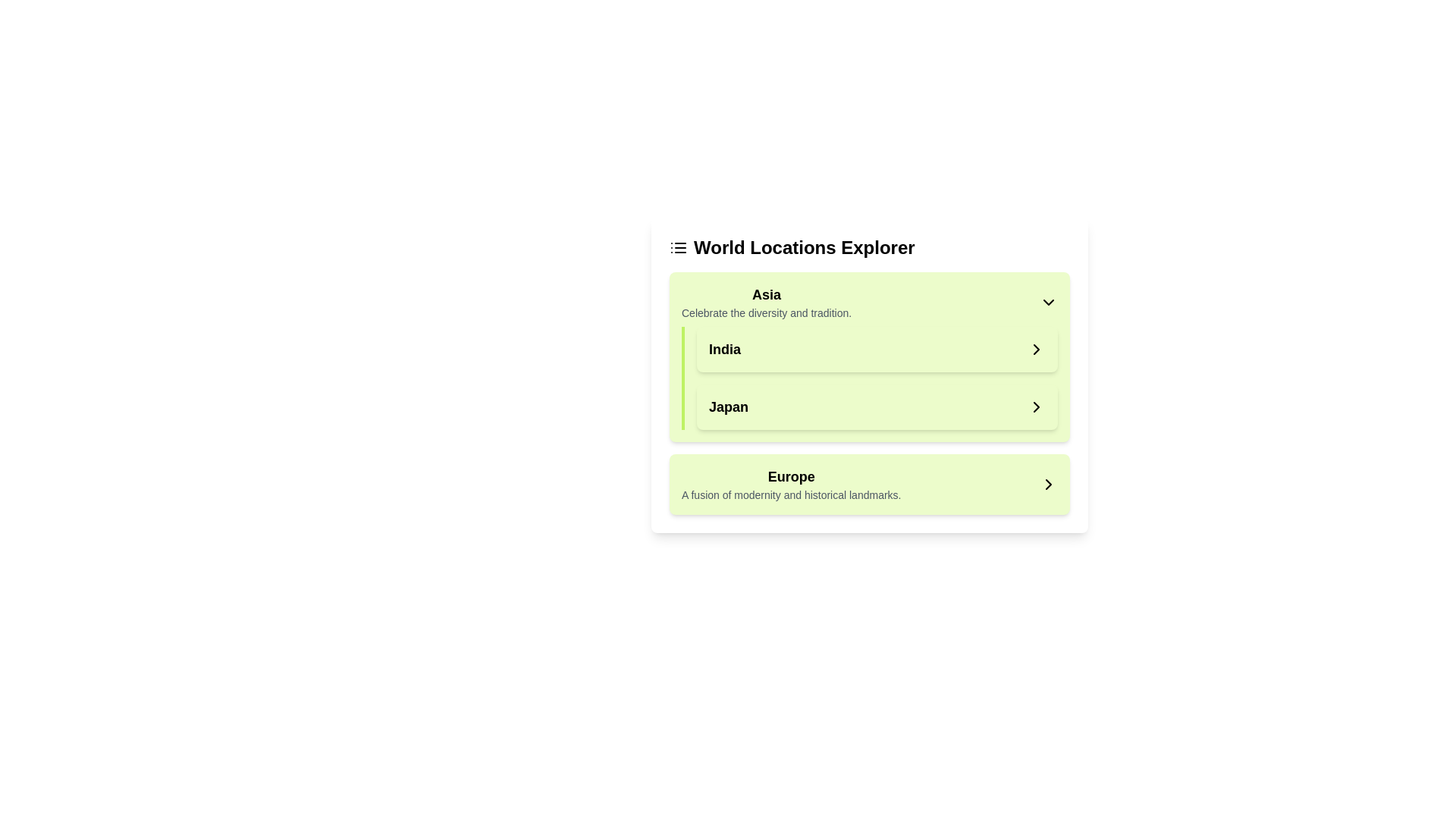 The image size is (1456, 819). What do you see at coordinates (677, 247) in the screenshot?
I see `the compact menu icon with three horizontal lines` at bounding box center [677, 247].